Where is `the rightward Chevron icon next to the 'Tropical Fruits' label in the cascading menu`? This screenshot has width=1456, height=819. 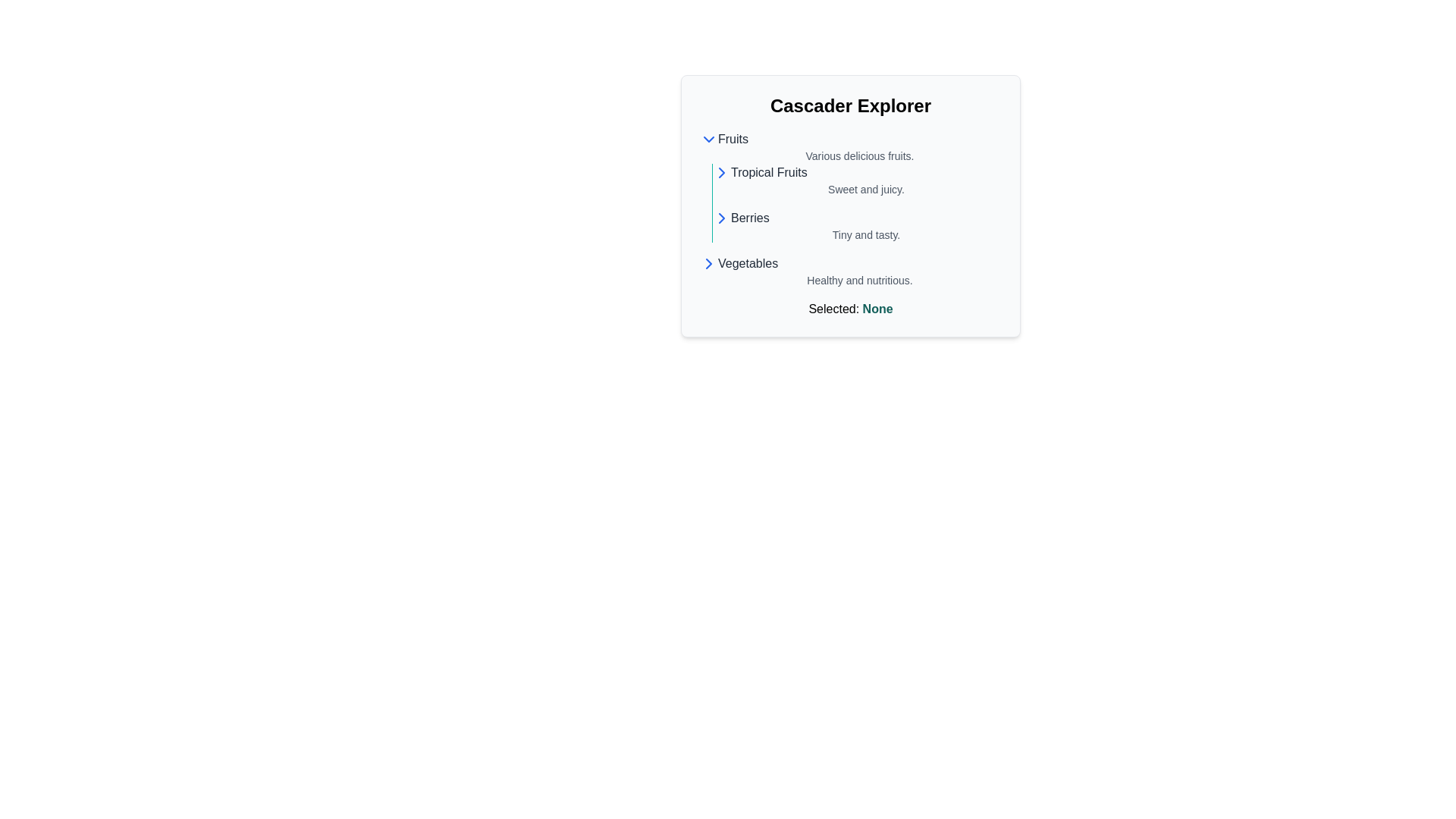
the rightward Chevron icon next to the 'Tropical Fruits' label in the cascading menu is located at coordinates (708, 262).